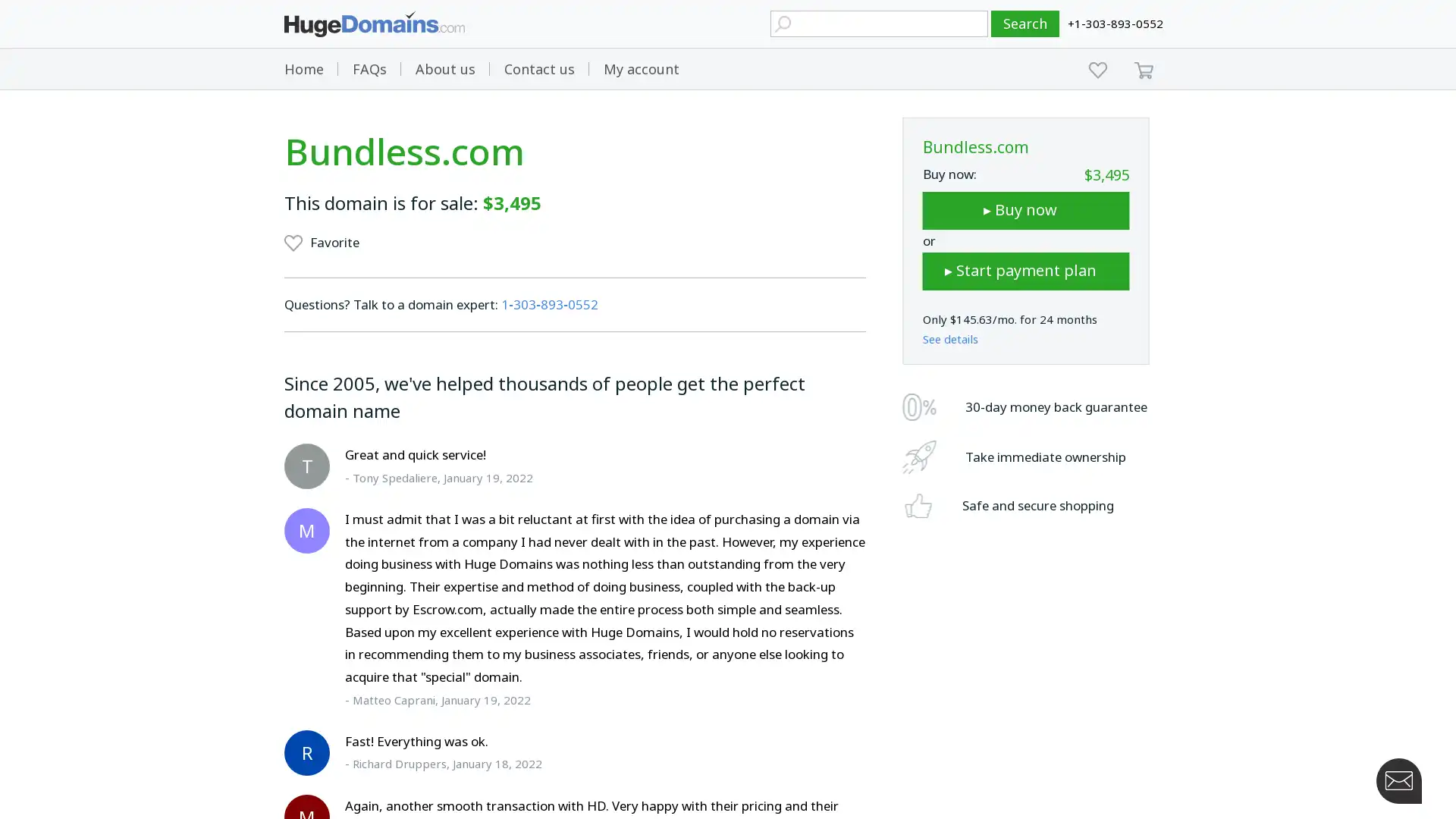  Describe the element at coordinates (1025, 24) in the screenshot. I see `Search` at that location.